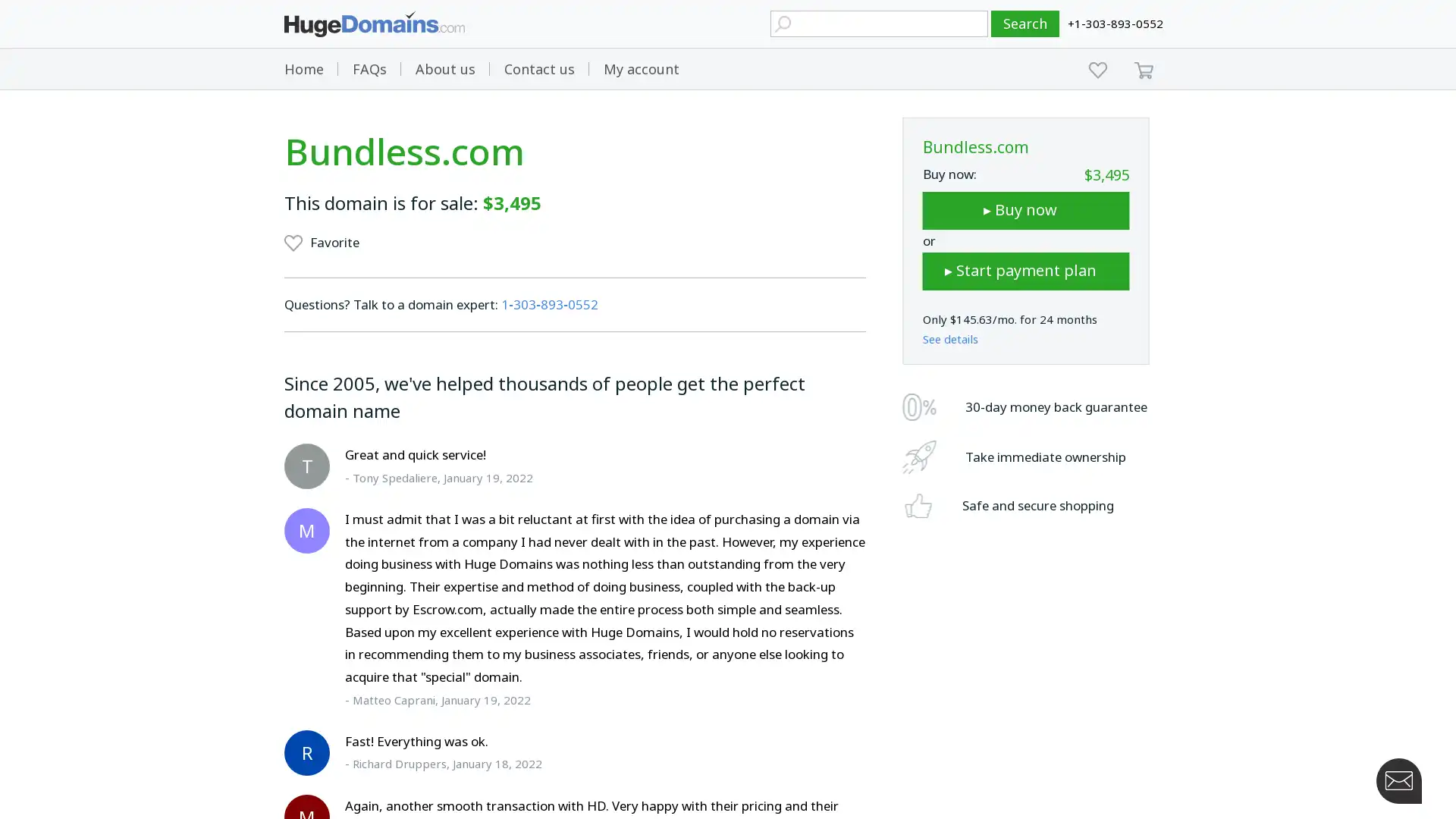  Describe the element at coordinates (1025, 24) in the screenshot. I see `Search` at that location.